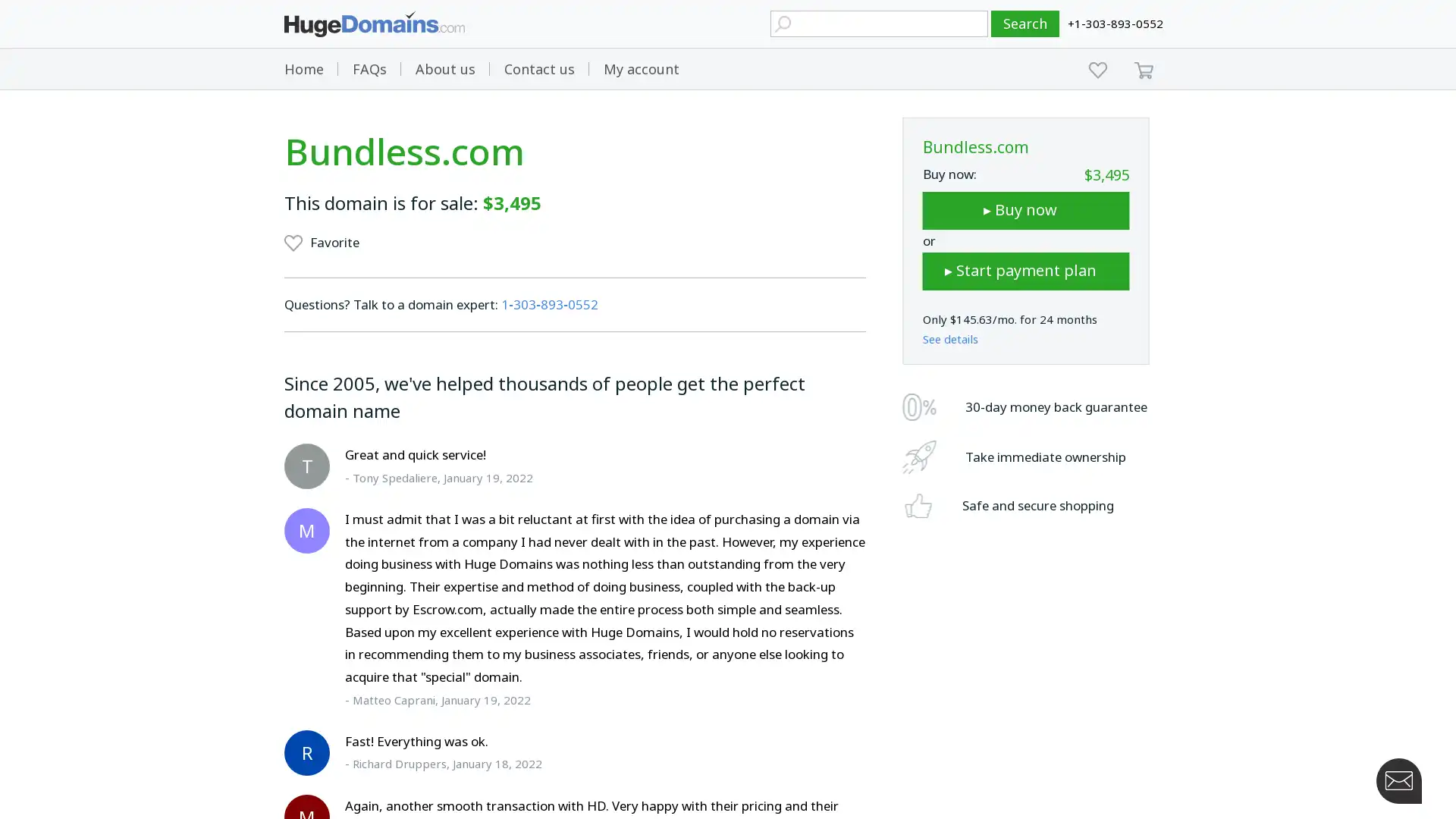  Describe the element at coordinates (1025, 24) in the screenshot. I see `Search` at that location.